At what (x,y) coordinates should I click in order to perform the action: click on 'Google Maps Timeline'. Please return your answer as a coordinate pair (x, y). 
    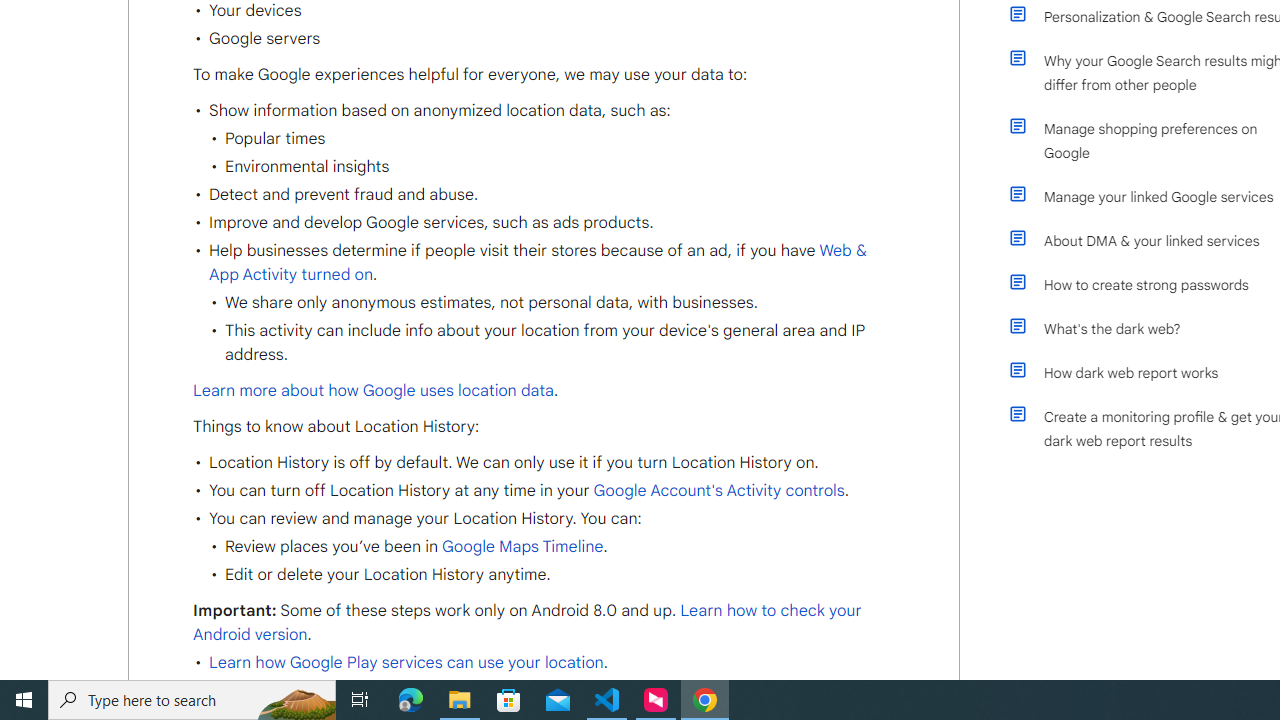
    Looking at the image, I should click on (522, 547).